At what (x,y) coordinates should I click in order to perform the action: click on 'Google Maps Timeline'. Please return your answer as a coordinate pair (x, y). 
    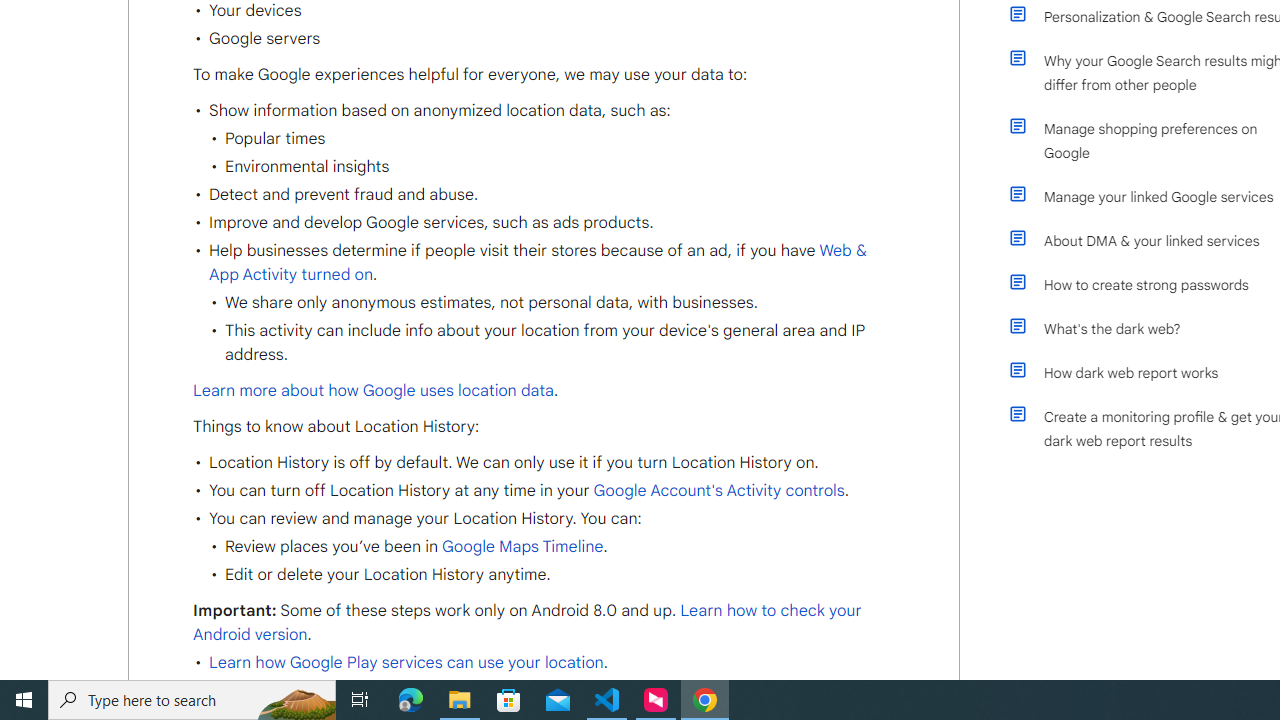
    Looking at the image, I should click on (522, 547).